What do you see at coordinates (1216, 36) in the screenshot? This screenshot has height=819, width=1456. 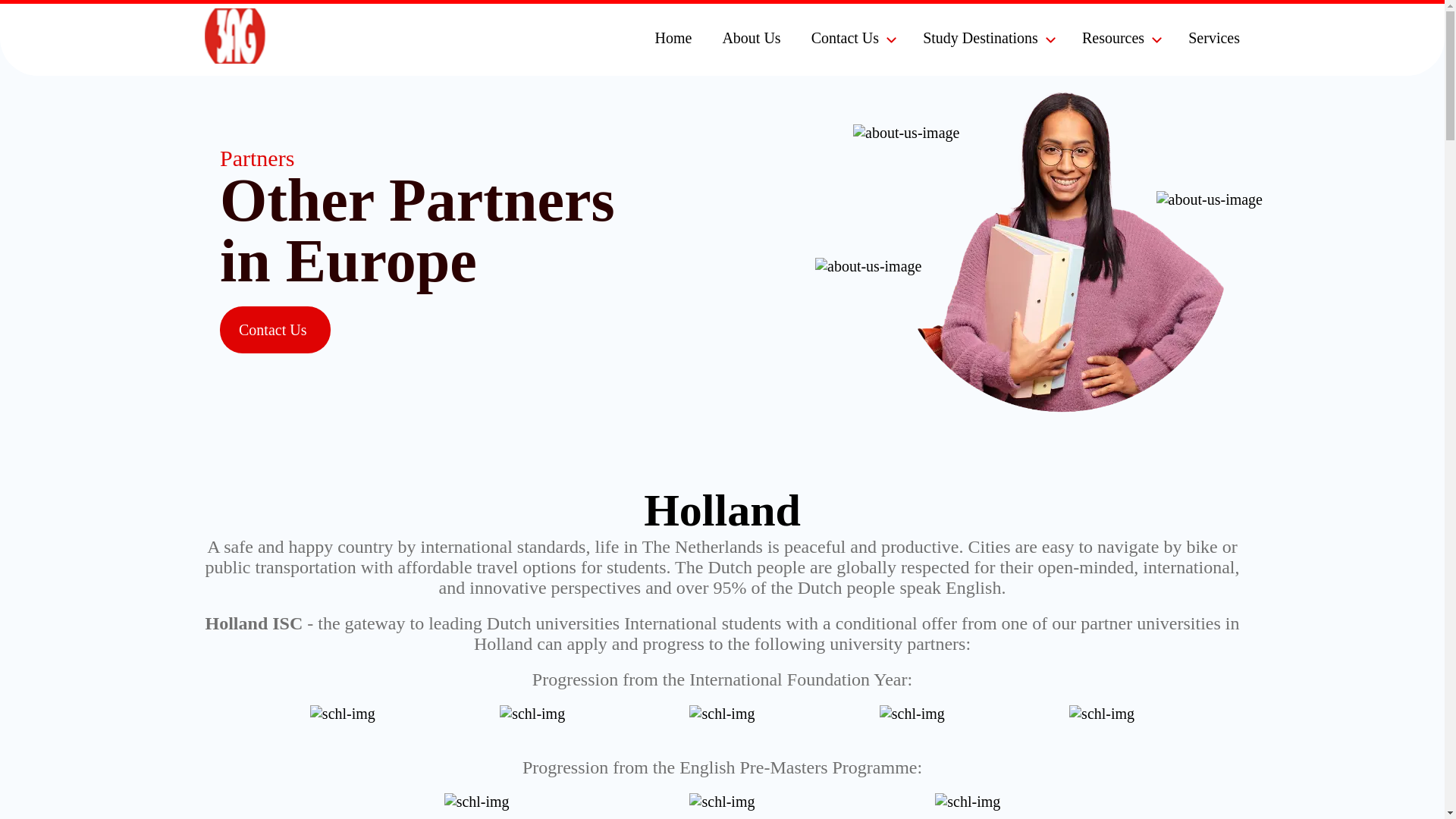 I see `'Services'` at bounding box center [1216, 36].